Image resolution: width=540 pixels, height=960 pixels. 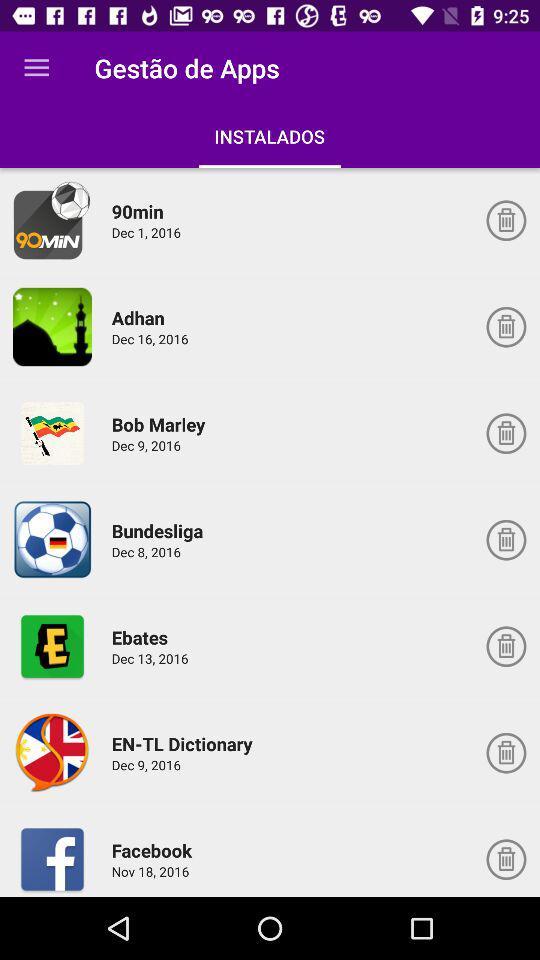 What do you see at coordinates (52, 539) in the screenshot?
I see `bundesliga application` at bounding box center [52, 539].